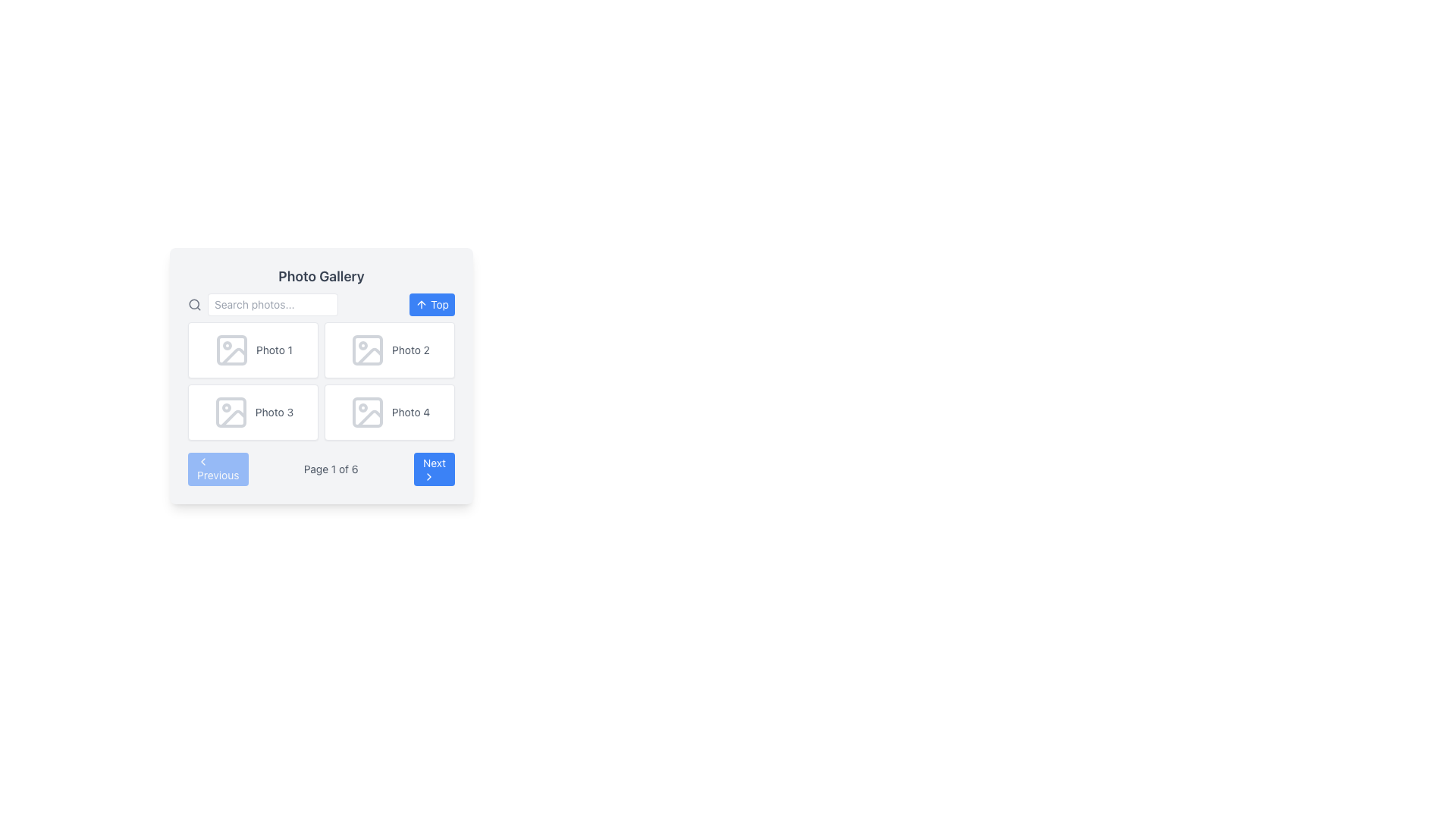 The width and height of the screenshot is (1456, 819). What do you see at coordinates (389, 350) in the screenshot?
I see `the card labeled 'Photo 2'` at bounding box center [389, 350].